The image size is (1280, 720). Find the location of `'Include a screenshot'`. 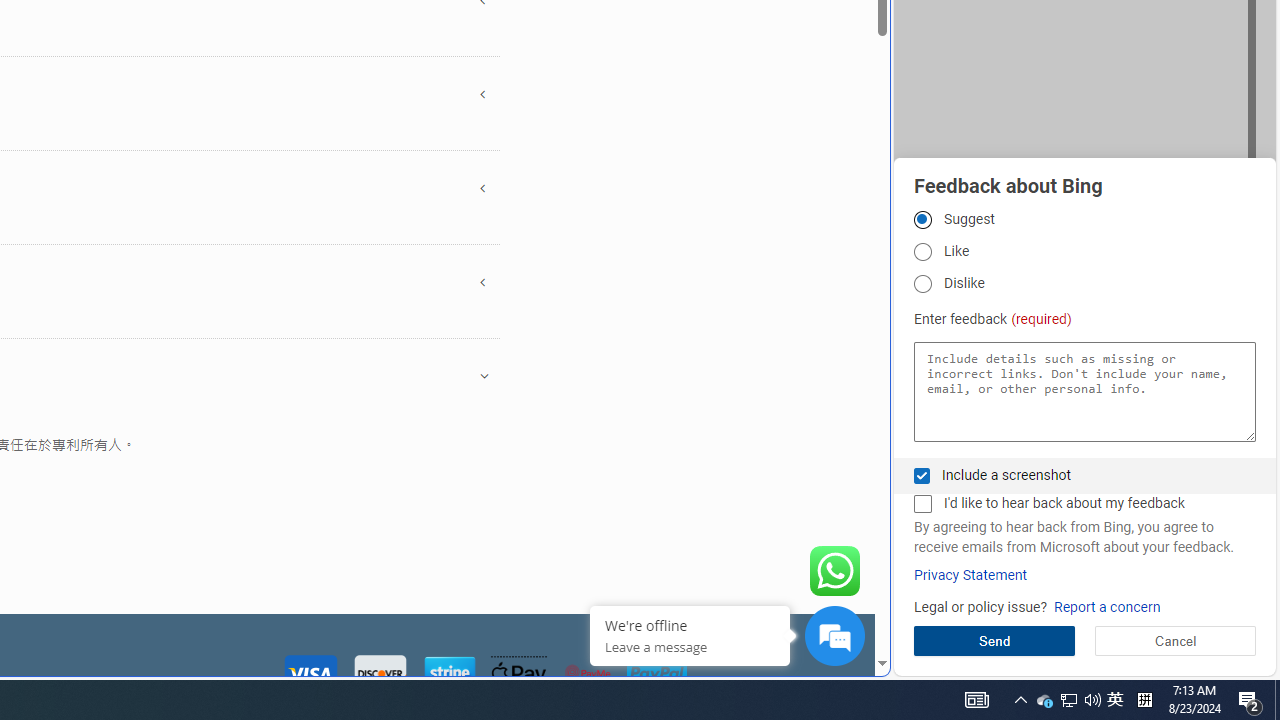

'Include a screenshot' is located at coordinates (921, 475).